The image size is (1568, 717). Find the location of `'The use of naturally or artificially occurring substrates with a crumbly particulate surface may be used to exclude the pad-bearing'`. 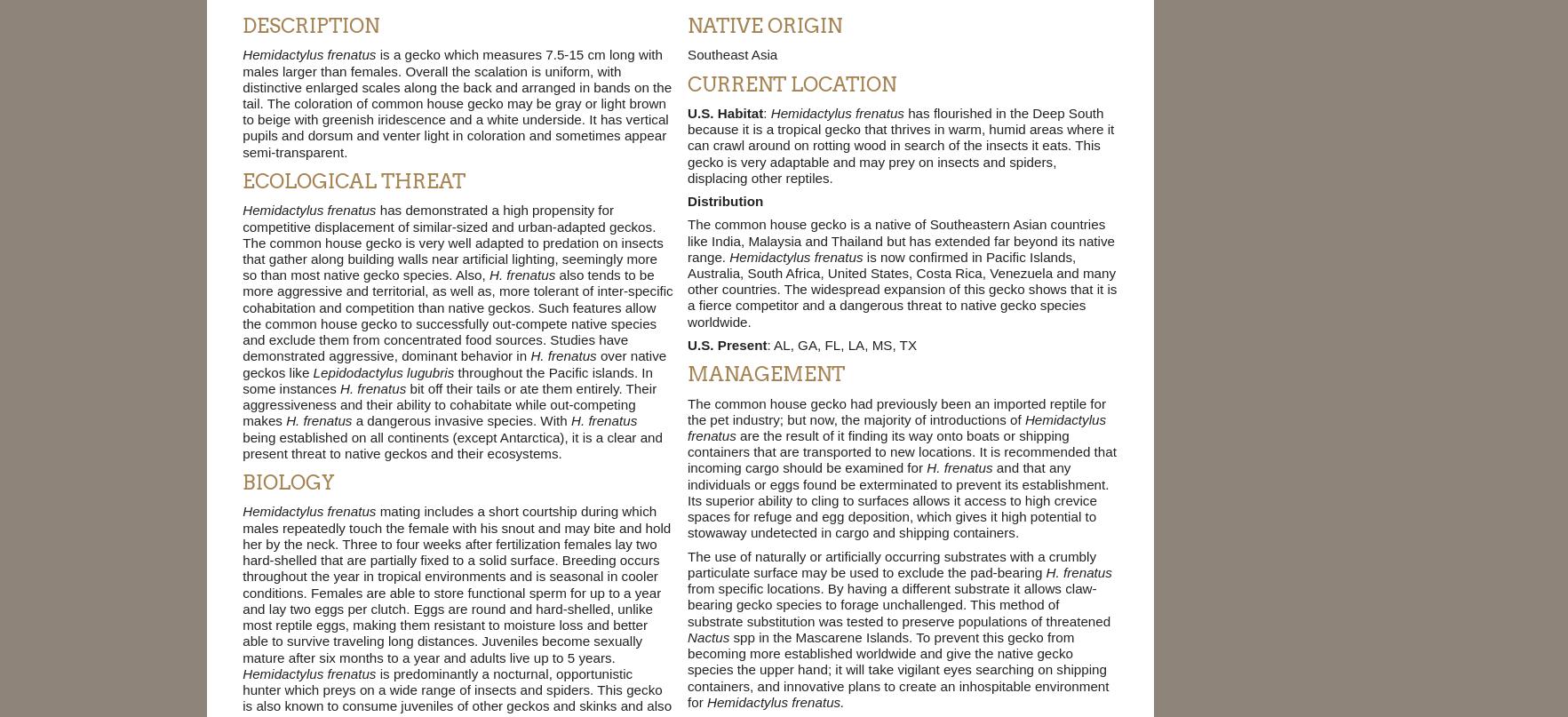

'The use of naturally or artificially occurring substrates with a crumbly particulate surface may be used to exclude the pad-bearing' is located at coordinates (686, 562).